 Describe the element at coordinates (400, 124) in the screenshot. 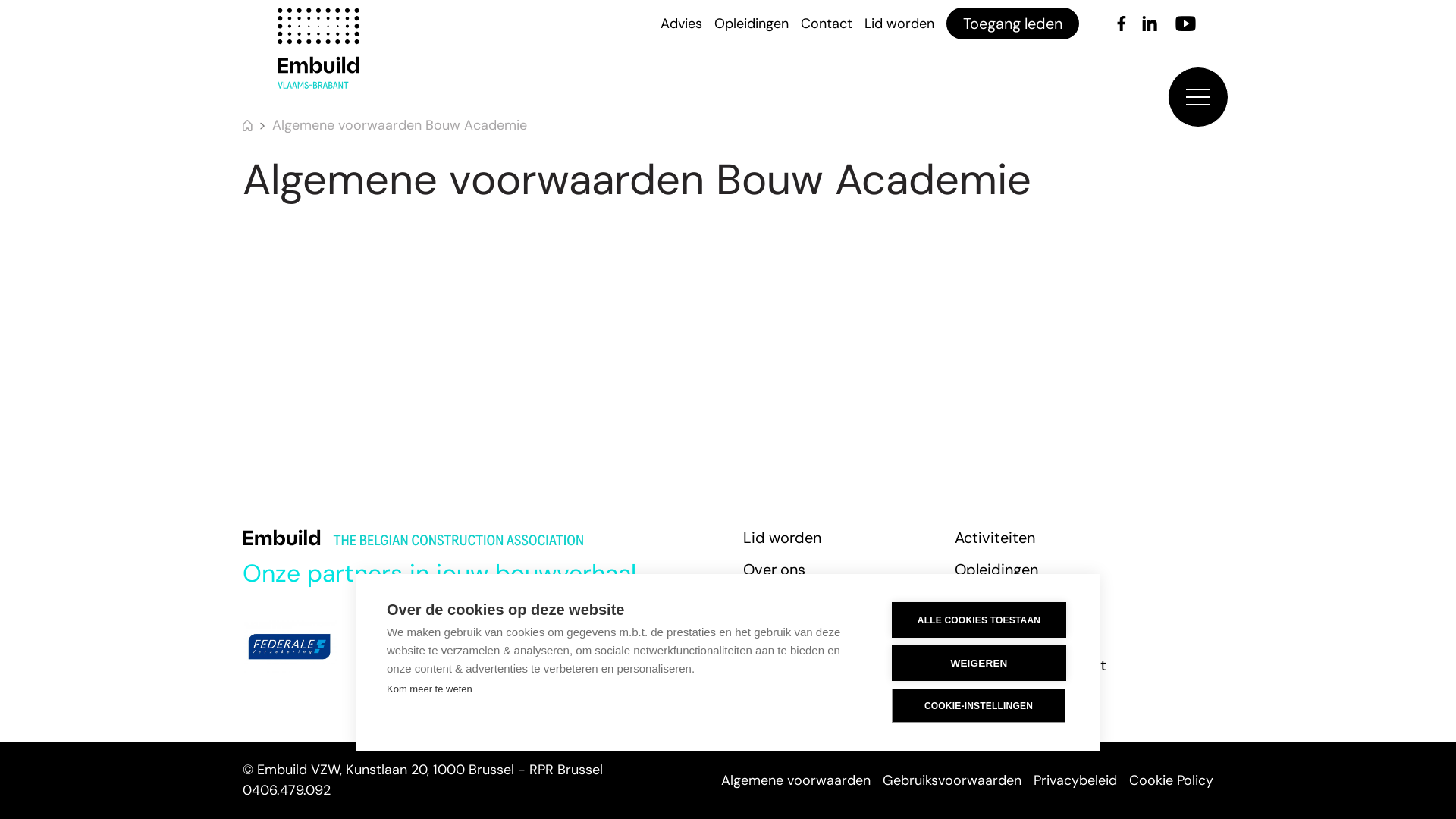

I see `'Algemene voorwaarden Bouw Academie'` at that location.